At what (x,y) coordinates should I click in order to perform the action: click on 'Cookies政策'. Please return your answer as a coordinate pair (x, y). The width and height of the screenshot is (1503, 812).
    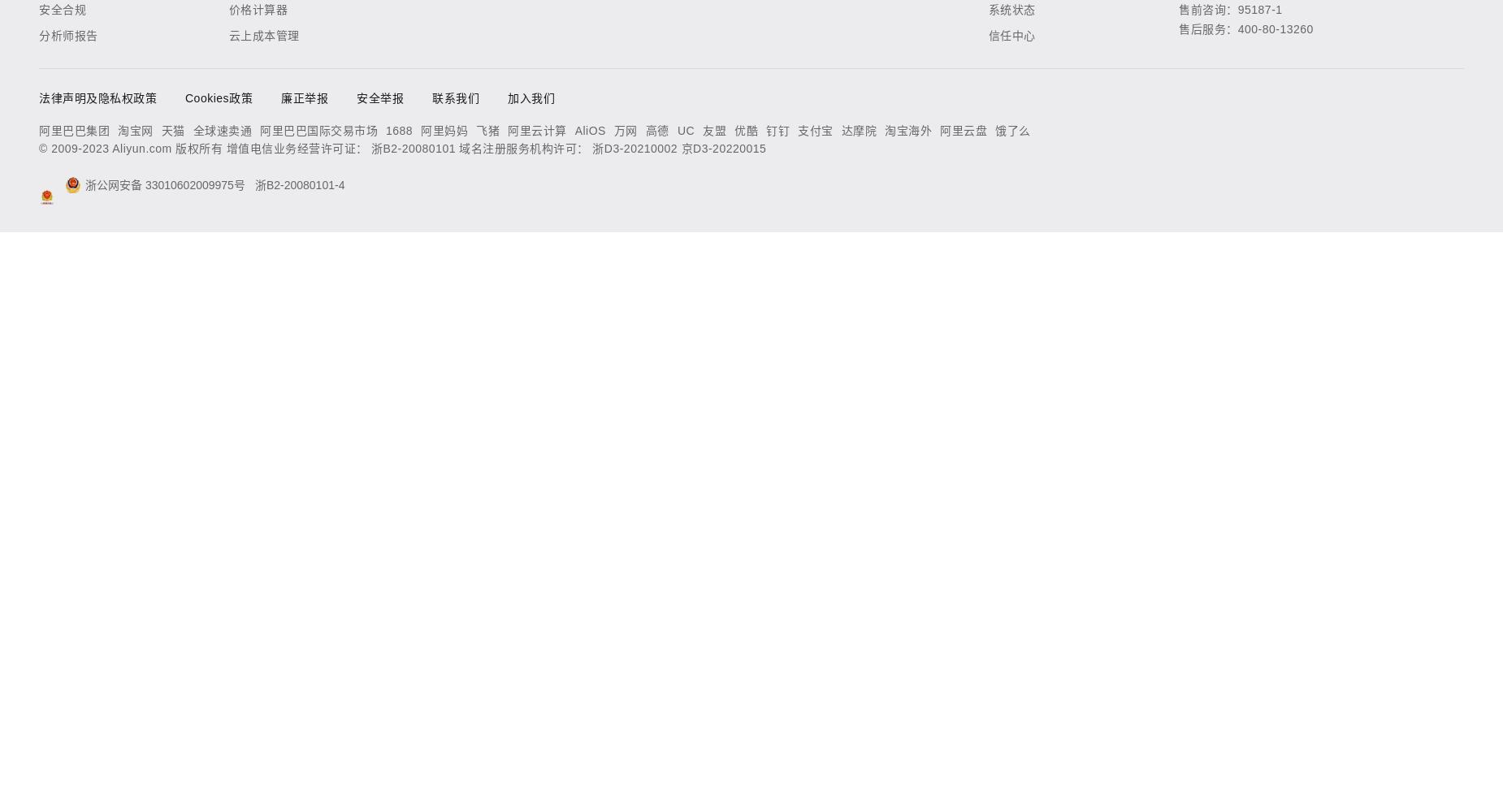
    Looking at the image, I should click on (218, 97).